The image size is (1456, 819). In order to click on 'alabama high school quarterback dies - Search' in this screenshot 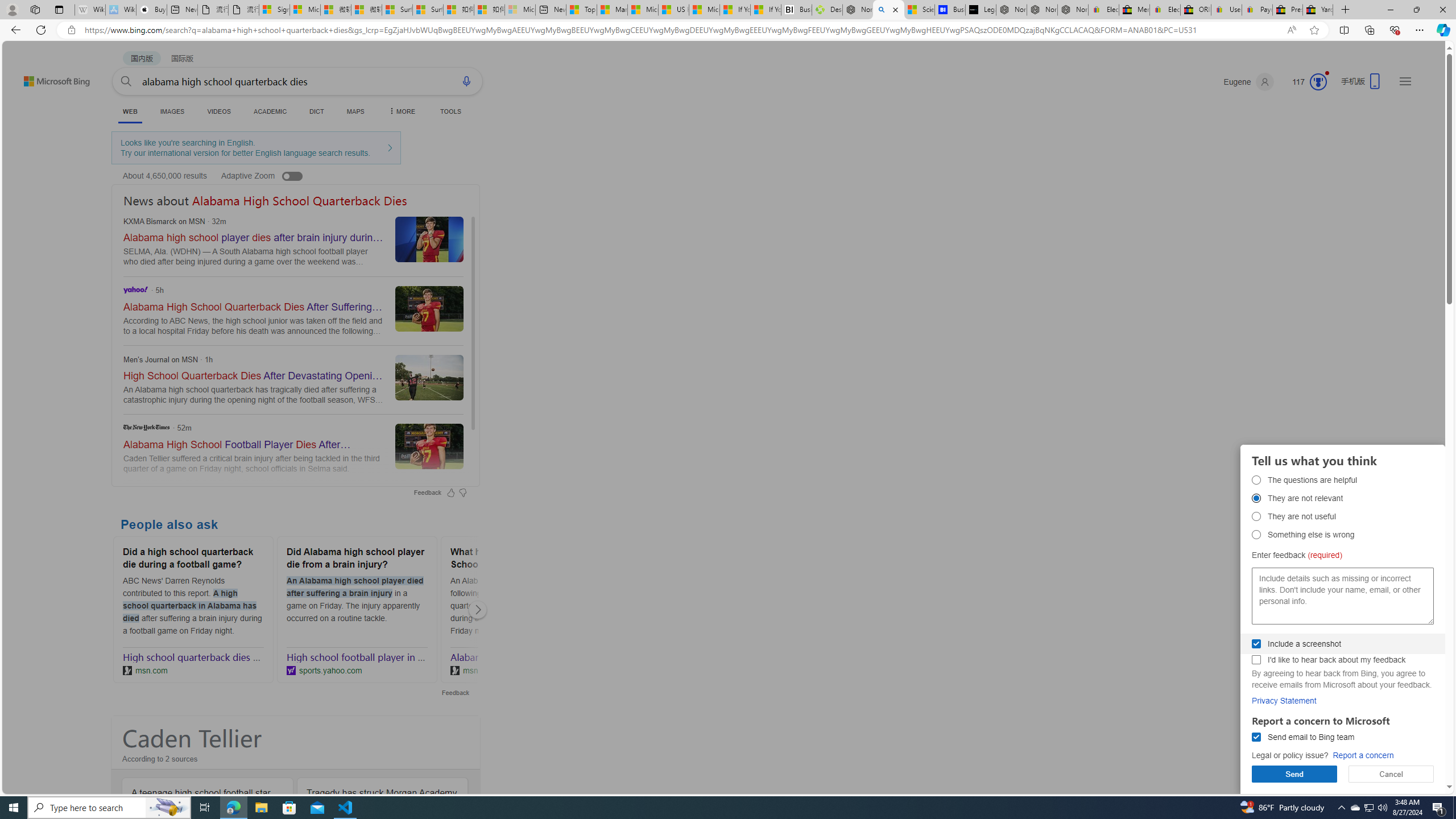, I will do `click(888, 9)`.